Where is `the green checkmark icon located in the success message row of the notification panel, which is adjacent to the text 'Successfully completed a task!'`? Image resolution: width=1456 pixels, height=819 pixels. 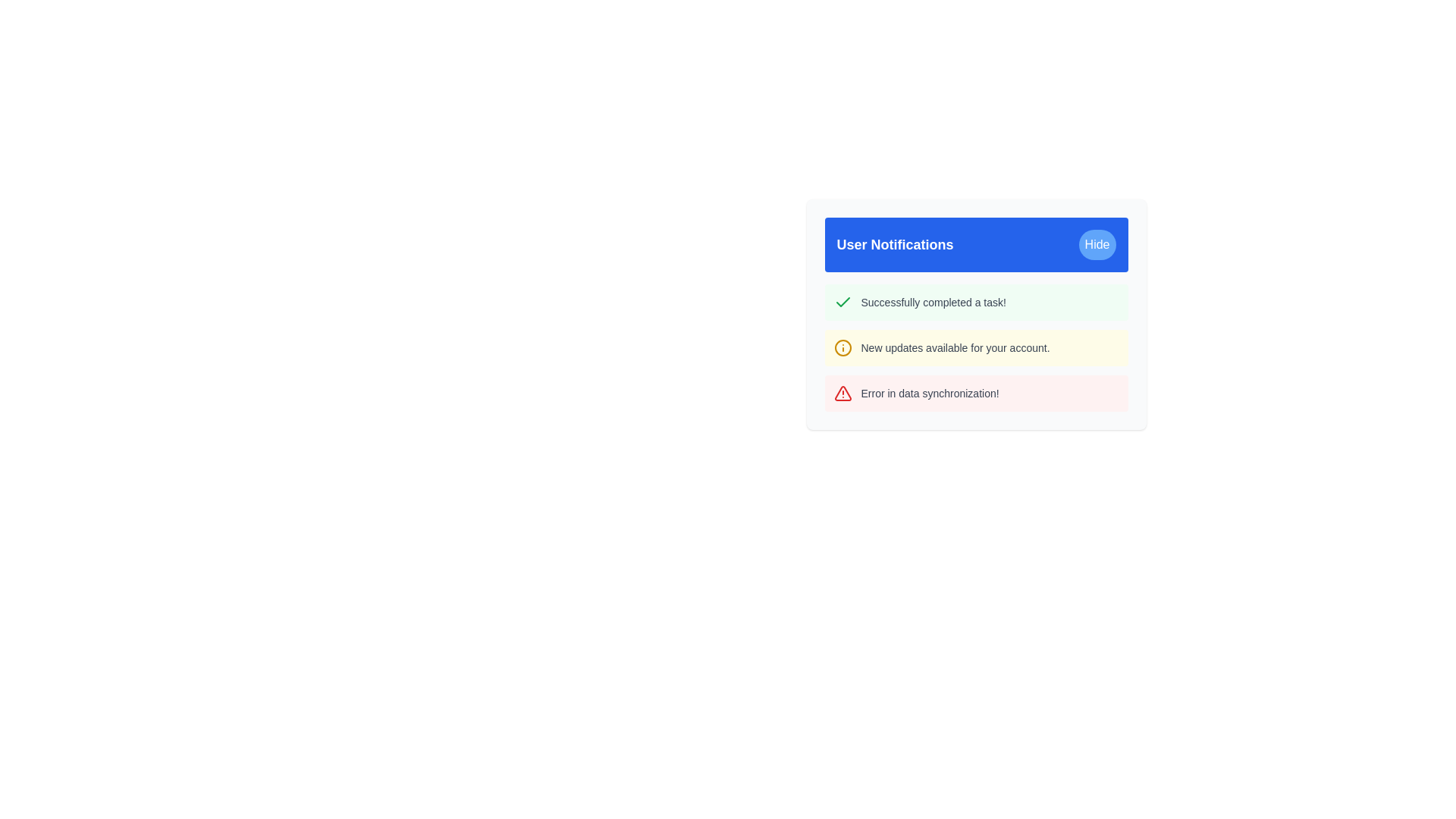
the green checkmark icon located in the success message row of the notification panel, which is adjacent to the text 'Successfully completed a task!' is located at coordinates (842, 302).